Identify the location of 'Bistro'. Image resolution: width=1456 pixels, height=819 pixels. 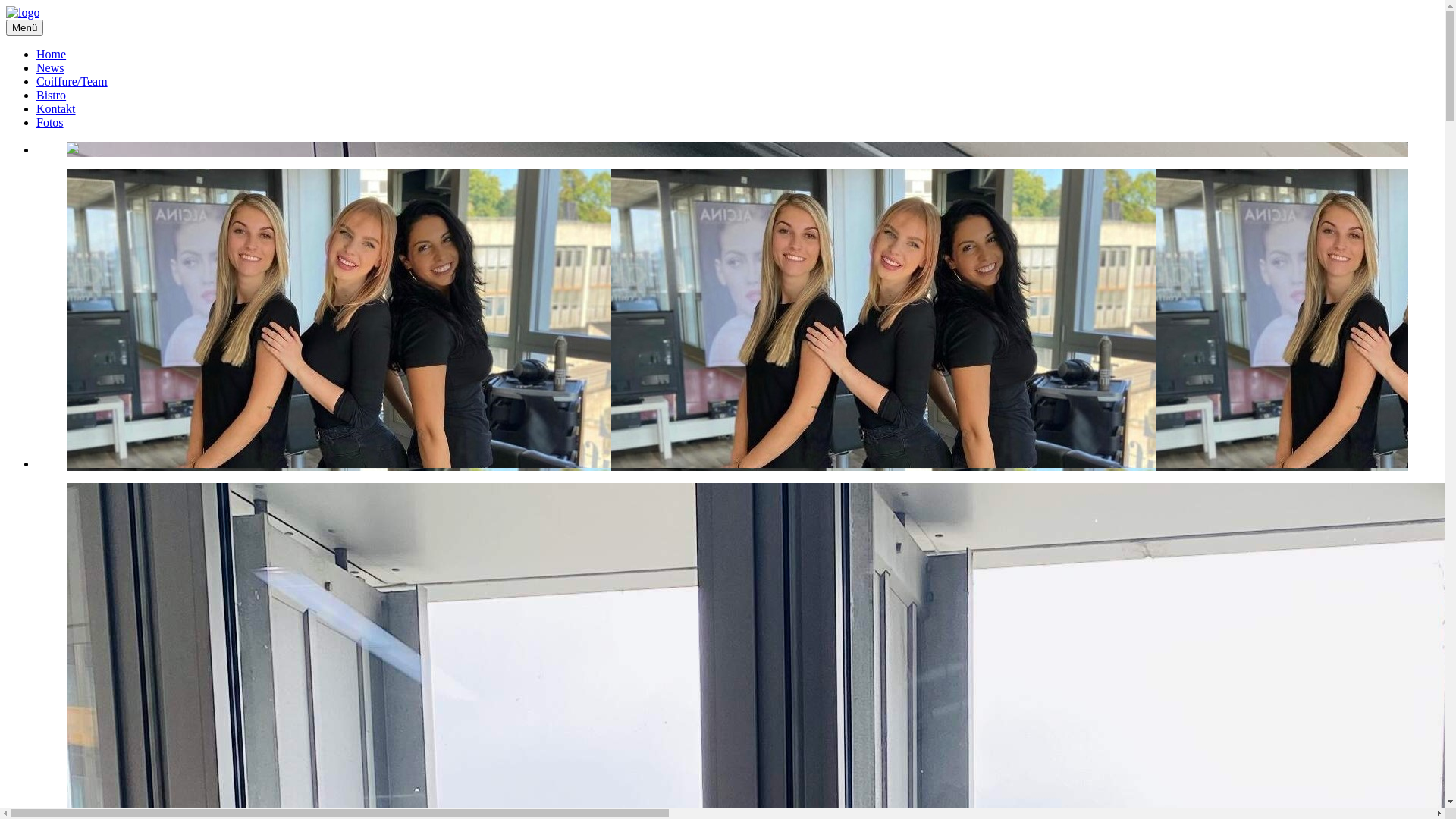
(51, 95).